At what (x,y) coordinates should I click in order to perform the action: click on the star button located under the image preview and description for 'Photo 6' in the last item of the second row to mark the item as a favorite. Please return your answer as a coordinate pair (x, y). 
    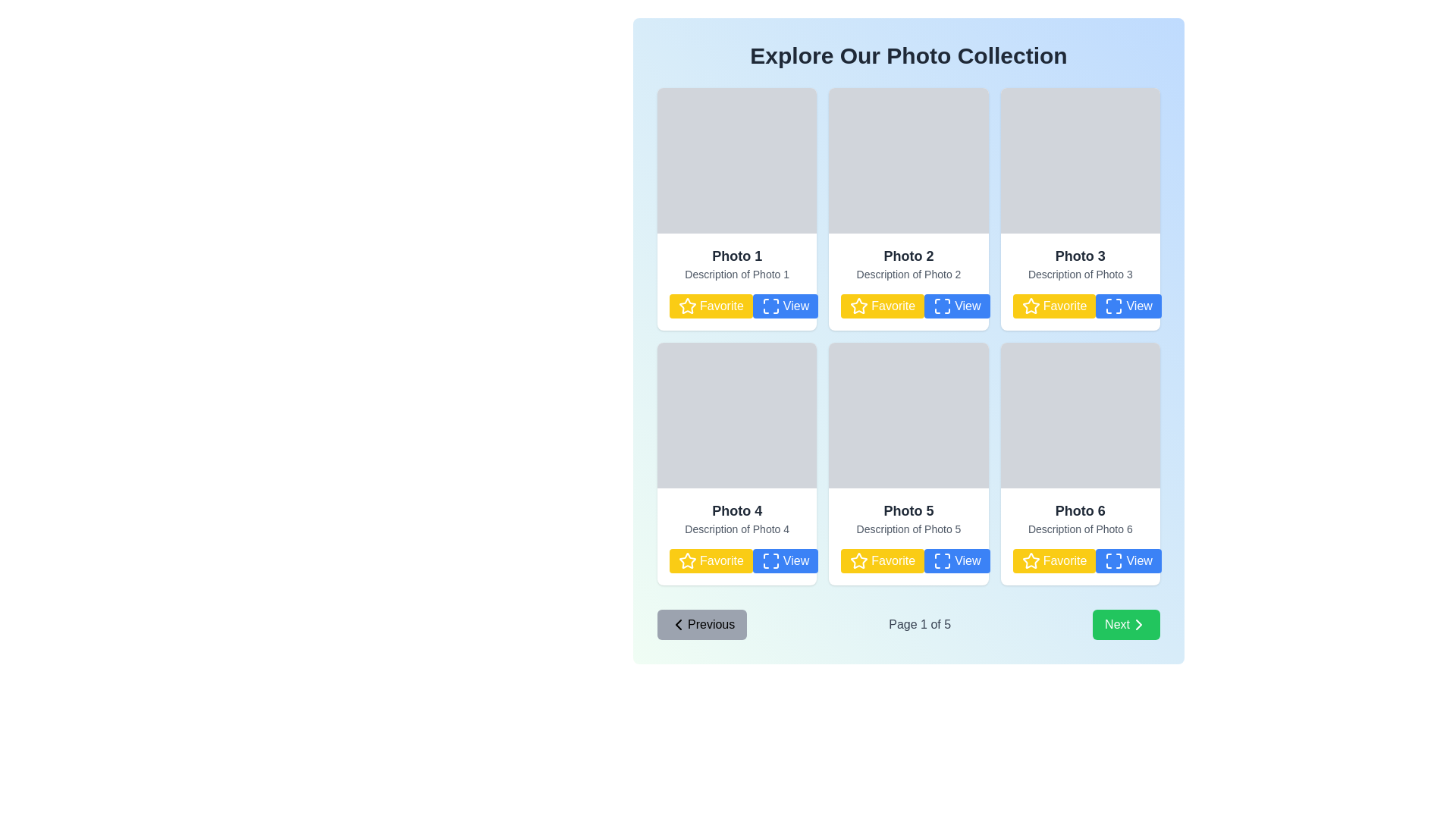
    Looking at the image, I should click on (1031, 560).